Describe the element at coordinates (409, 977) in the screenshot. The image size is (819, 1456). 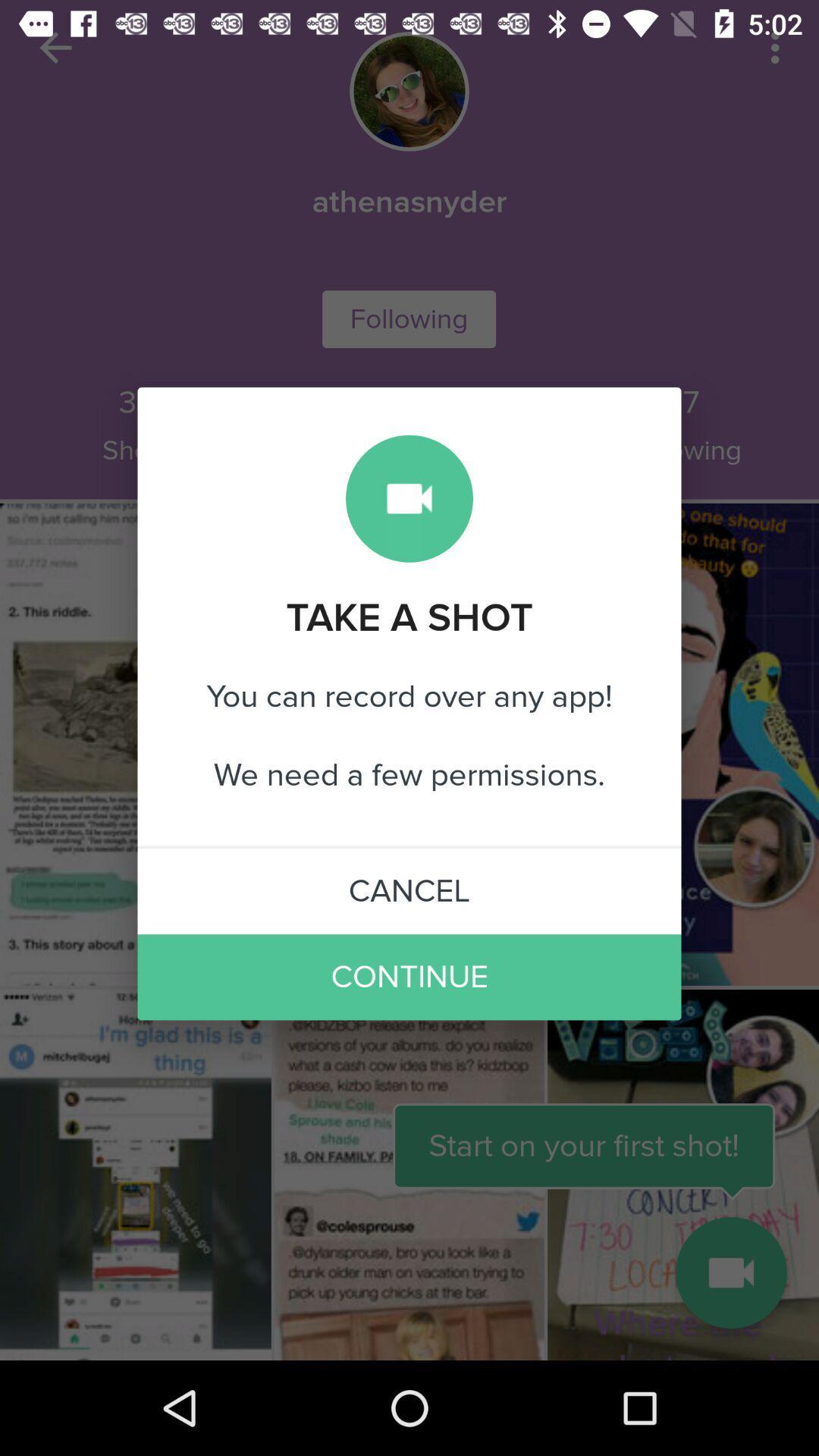
I see `the continue icon` at that location.